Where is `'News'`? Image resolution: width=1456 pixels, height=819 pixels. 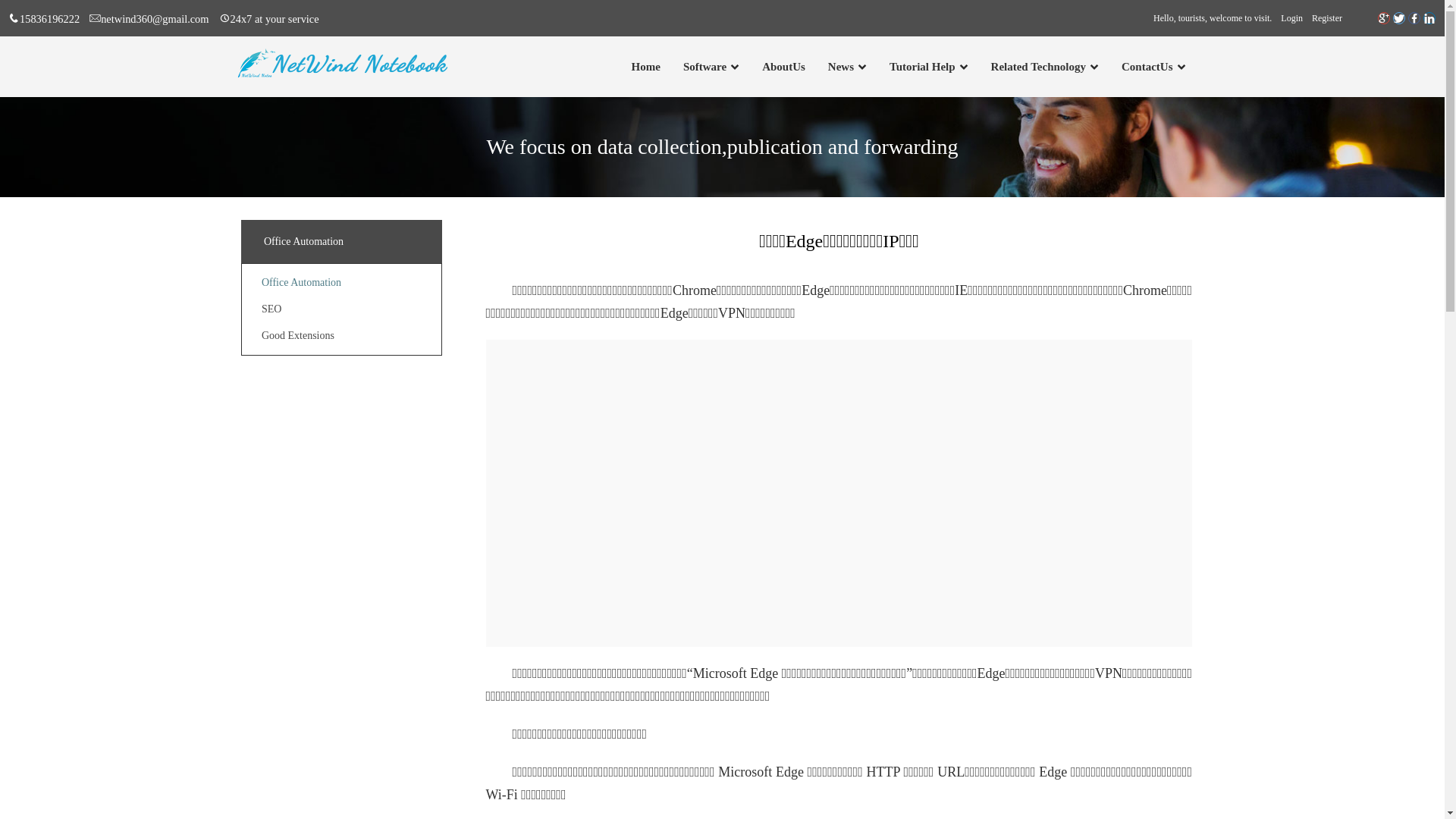 'News' is located at coordinates (839, 66).